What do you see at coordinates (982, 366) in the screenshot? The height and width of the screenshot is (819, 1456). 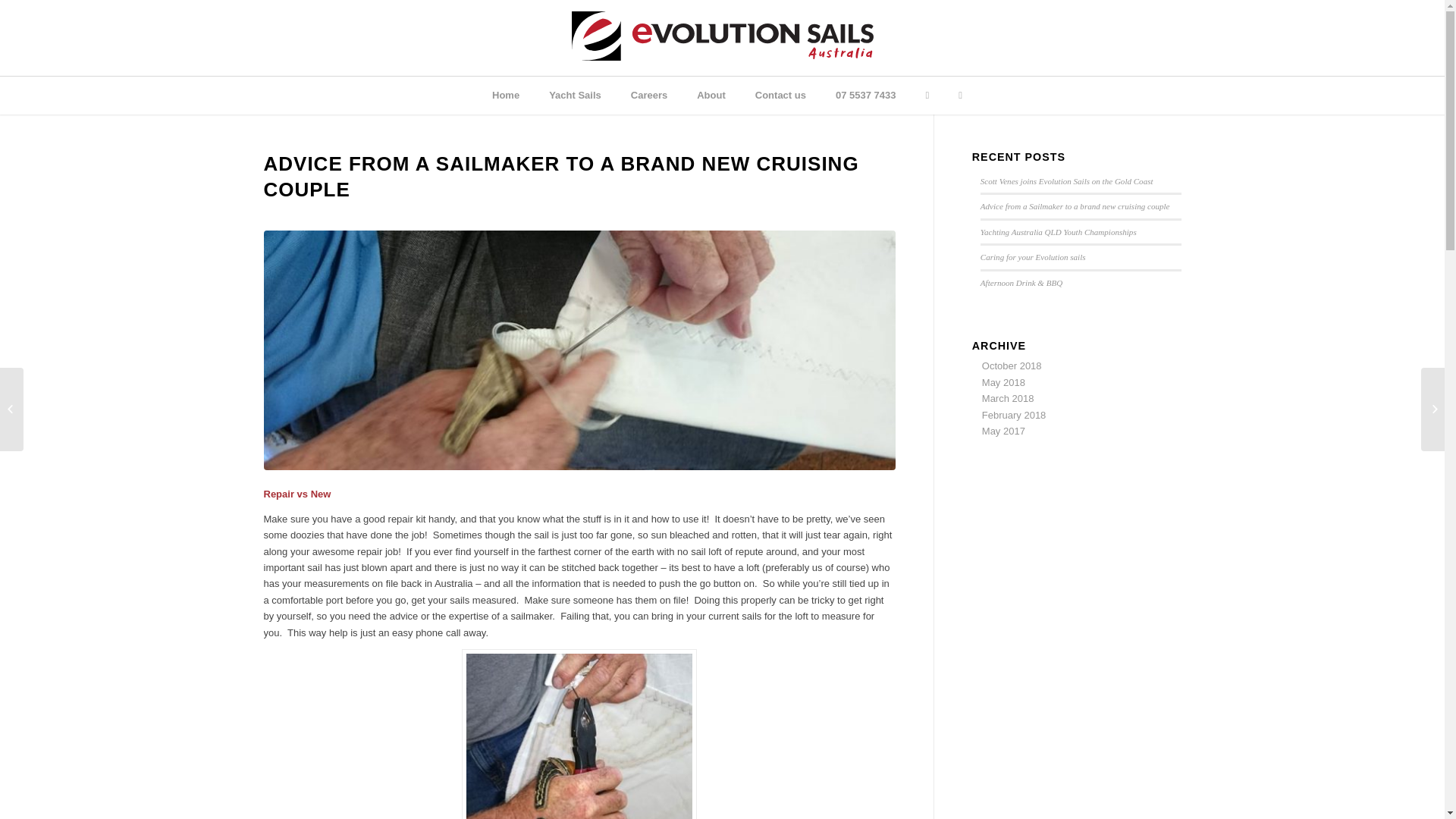 I see `'October 2018'` at bounding box center [982, 366].